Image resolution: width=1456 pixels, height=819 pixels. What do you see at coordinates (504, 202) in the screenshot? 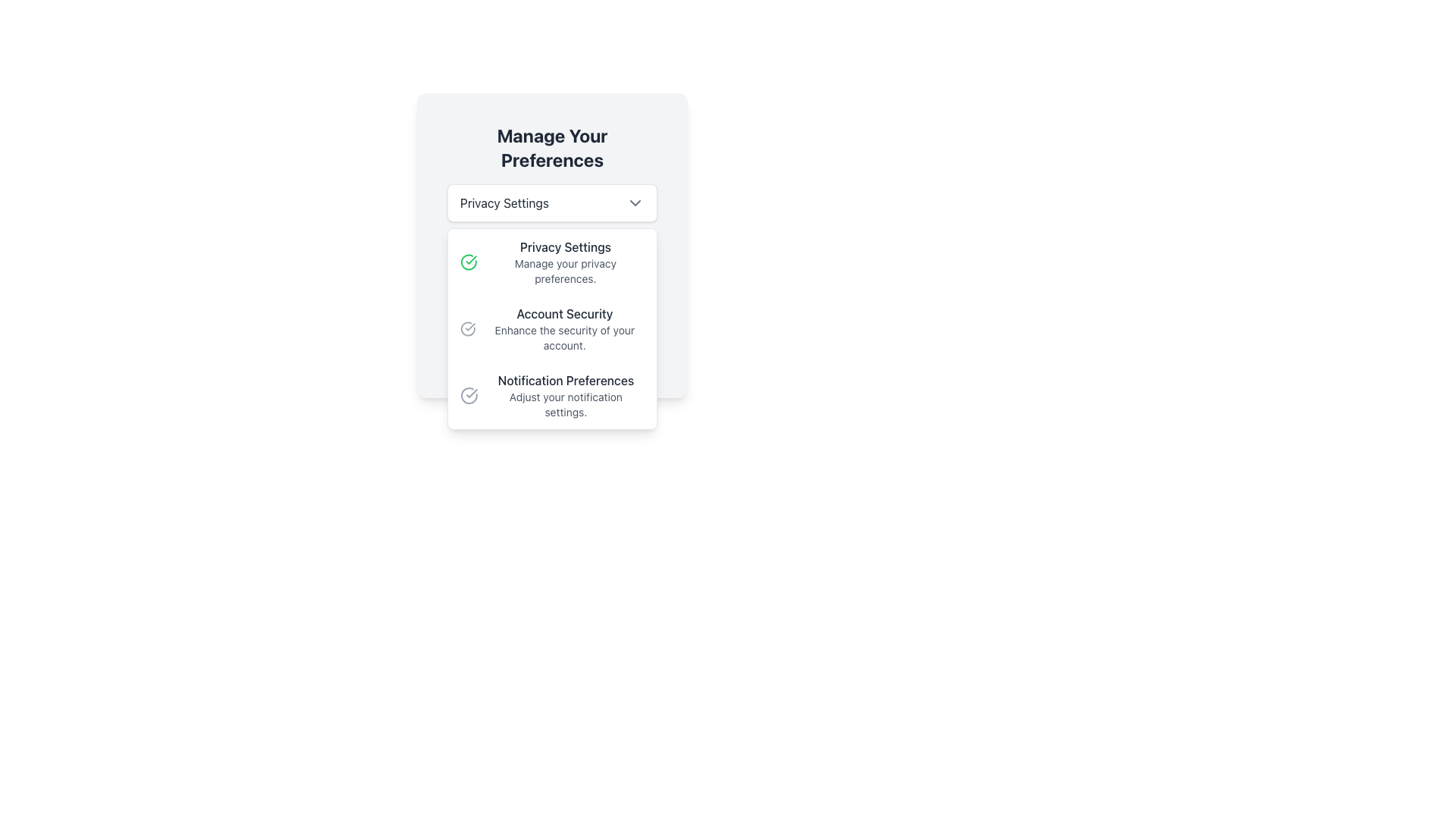
I see `the 'Privacy Settings' text label, which is styled in bold and dark font within a white box on a light grey background, located at the center of the dropdown interface` at bounding box center [504, 202].